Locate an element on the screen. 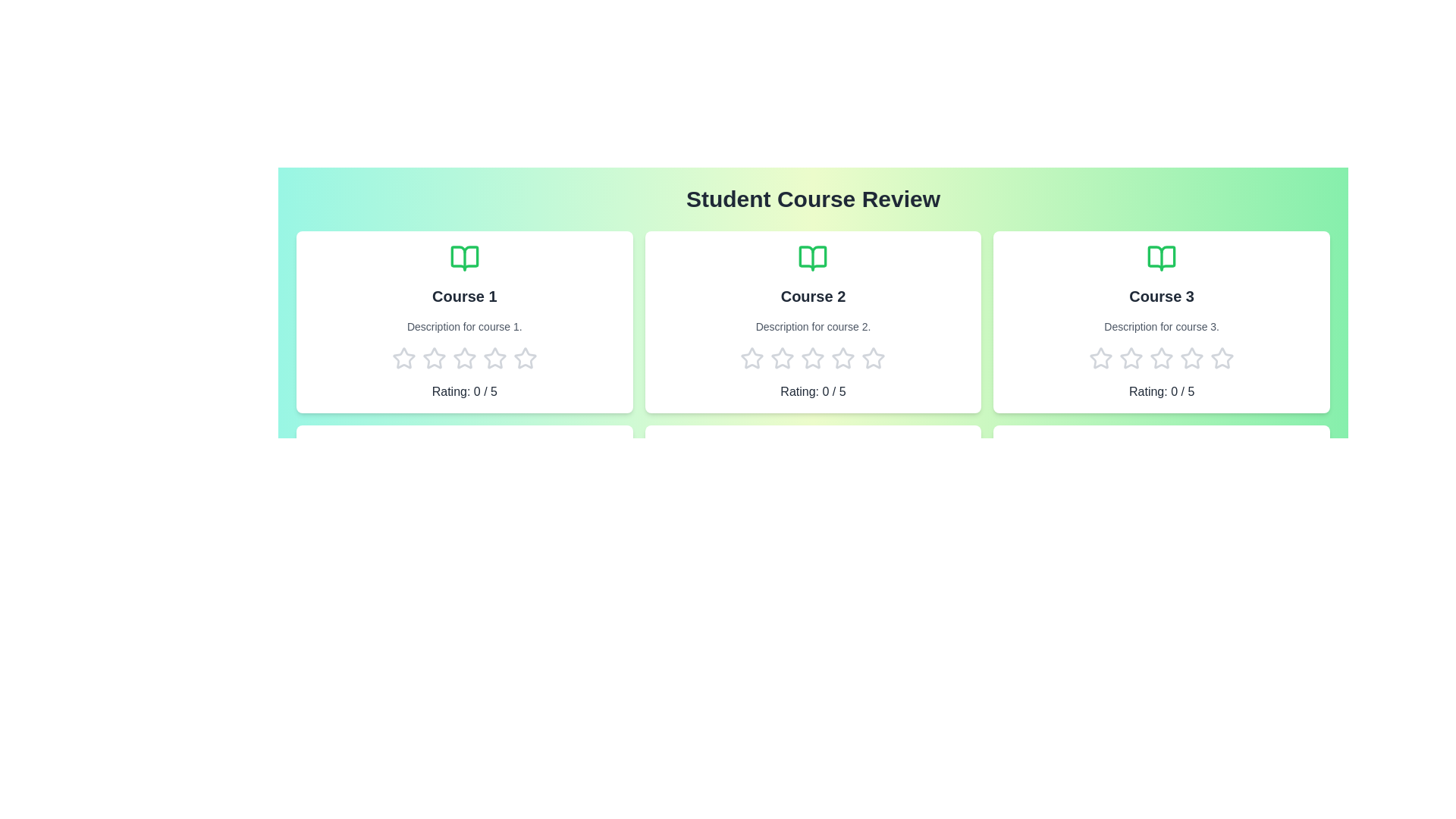 This screenshot has width=1456, height=819. the rating of a course to 5 stars by clicking on the corresponding star is located at coordinates (524, 359).